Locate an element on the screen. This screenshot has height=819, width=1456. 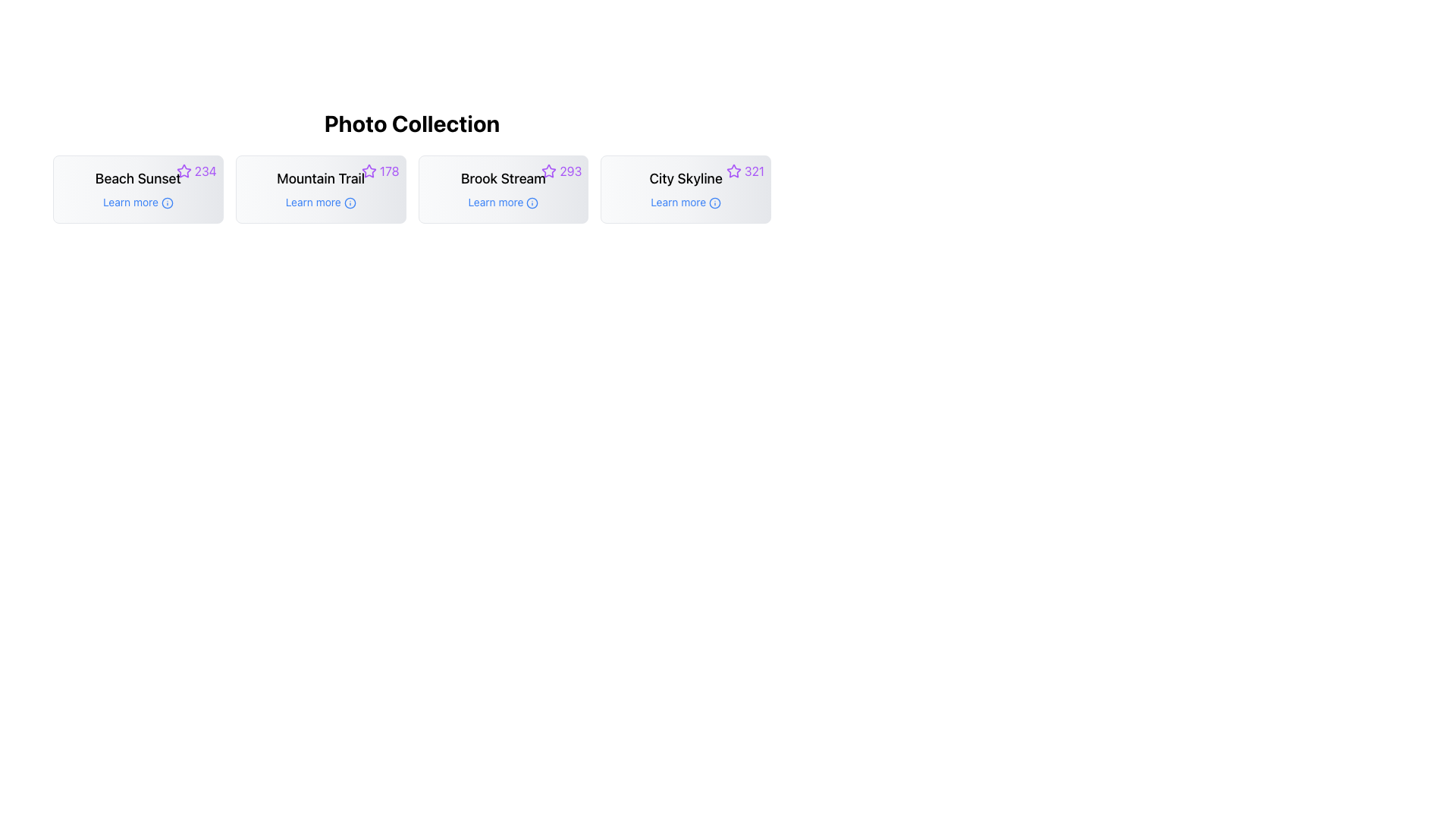
the 'Learn more' link within the 'Mountain Trail' card element, which is the second card in a horizontally aligned set of four cards in the grid layout is located at coordinates (320, 189).